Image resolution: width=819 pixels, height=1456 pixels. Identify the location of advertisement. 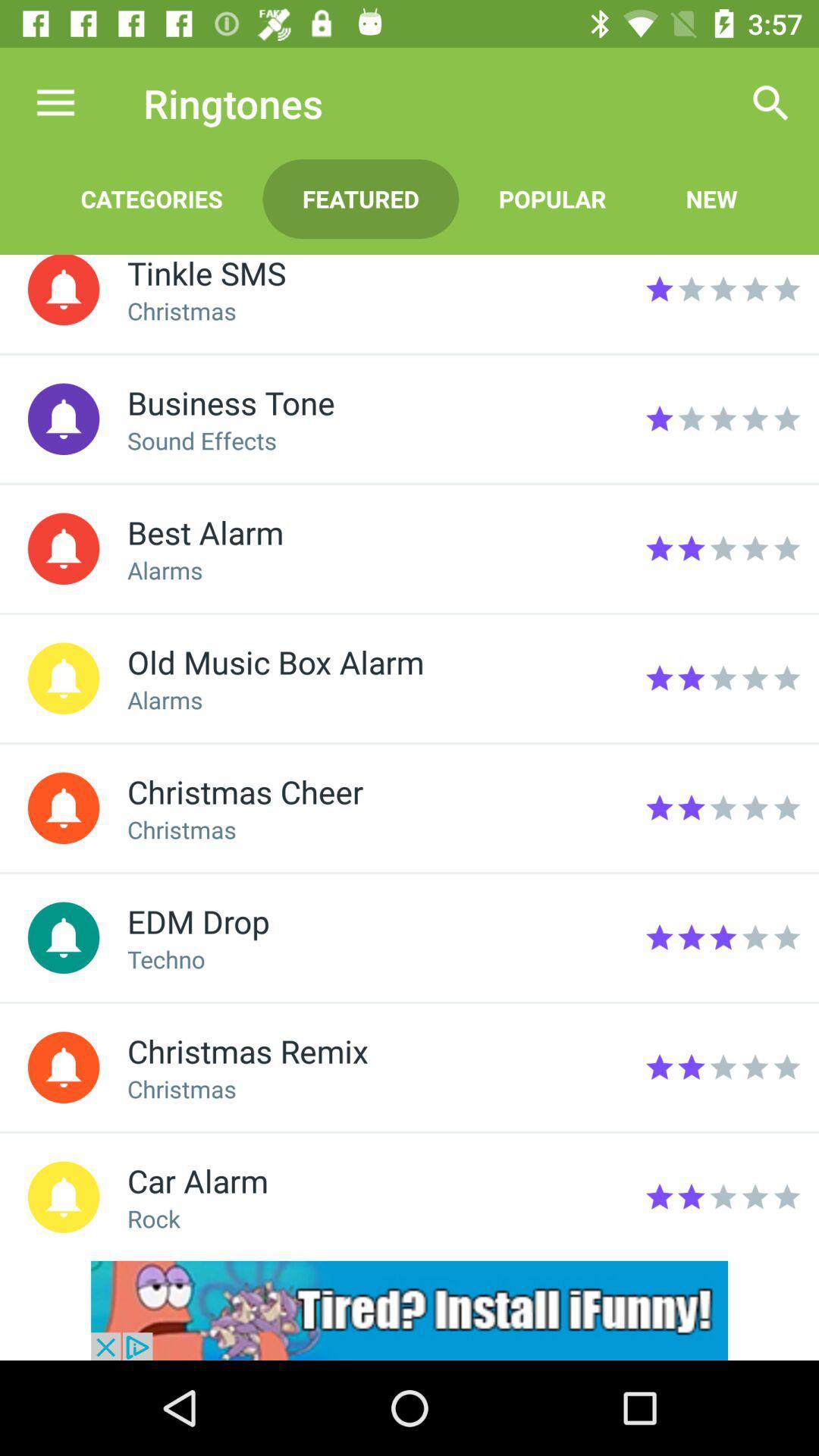
(409, 1310).